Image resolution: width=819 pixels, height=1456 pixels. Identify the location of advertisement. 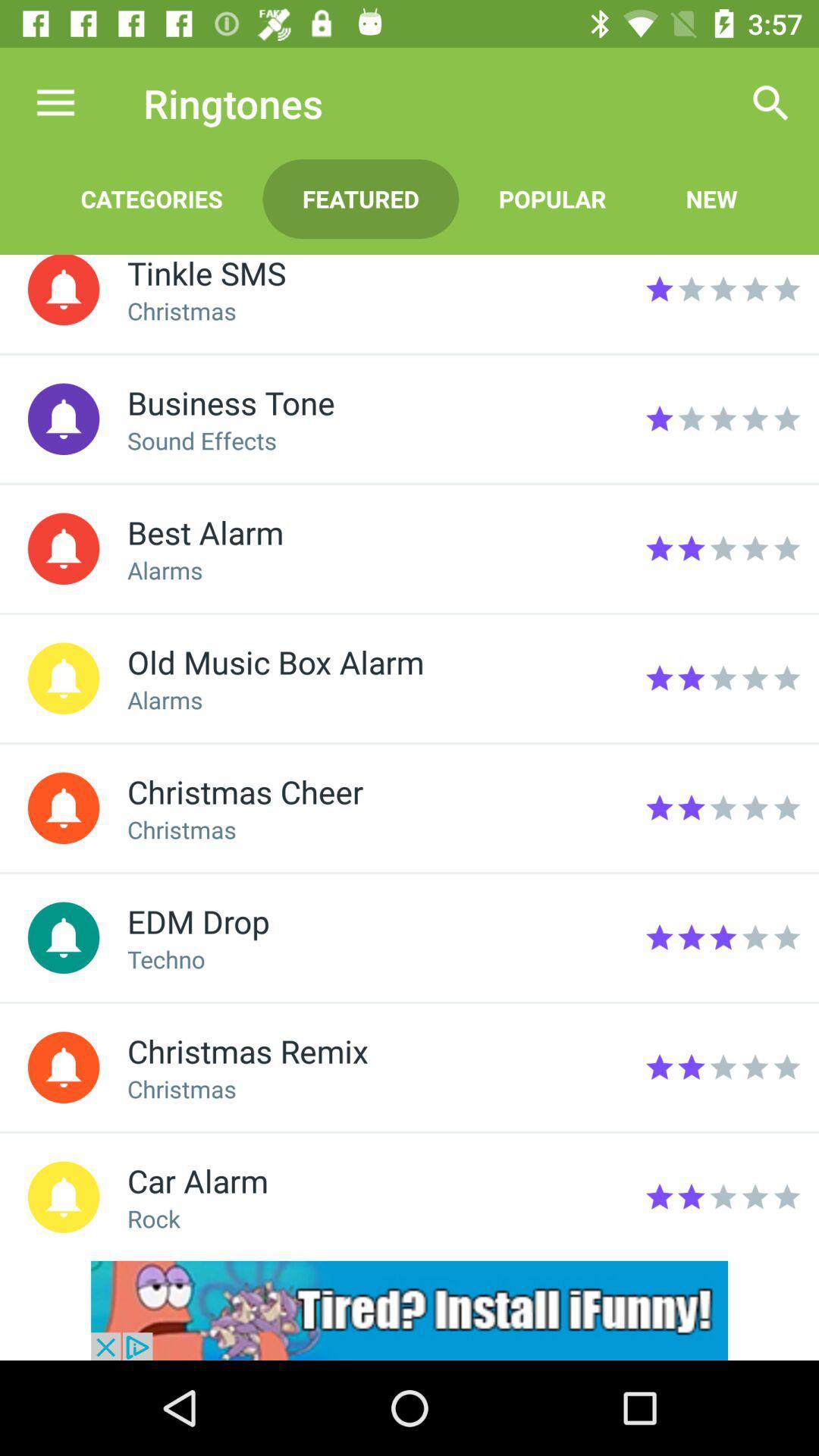
(409, 1310).